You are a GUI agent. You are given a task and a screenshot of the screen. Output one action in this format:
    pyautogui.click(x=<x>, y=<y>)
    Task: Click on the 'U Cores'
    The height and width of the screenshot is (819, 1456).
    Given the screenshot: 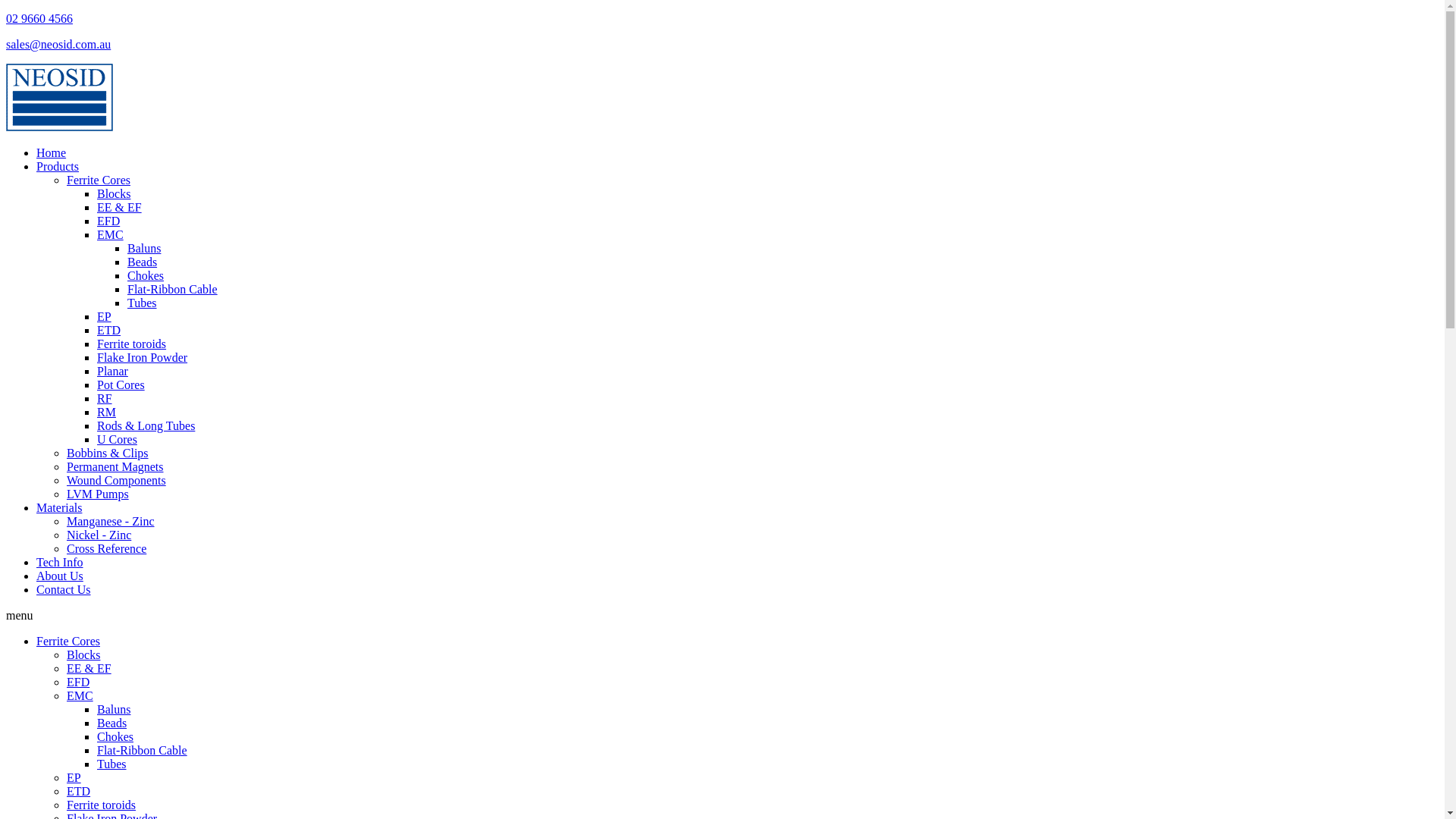 What is the action you would take?
    pyautogui.click(x=116, y=439)
    